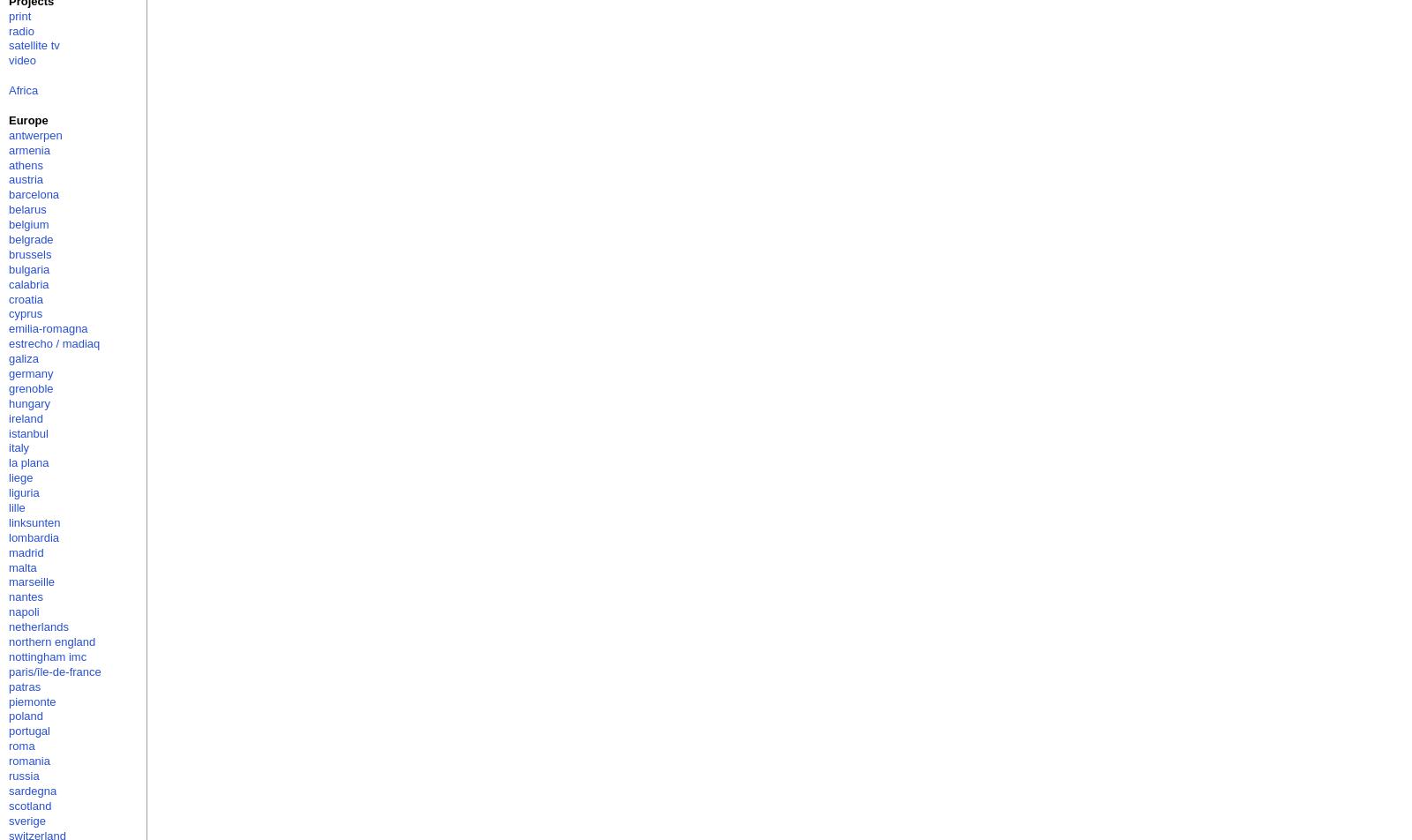 The image size is (1412, 840). I want to click on 'barcelona', so click(33, 194).